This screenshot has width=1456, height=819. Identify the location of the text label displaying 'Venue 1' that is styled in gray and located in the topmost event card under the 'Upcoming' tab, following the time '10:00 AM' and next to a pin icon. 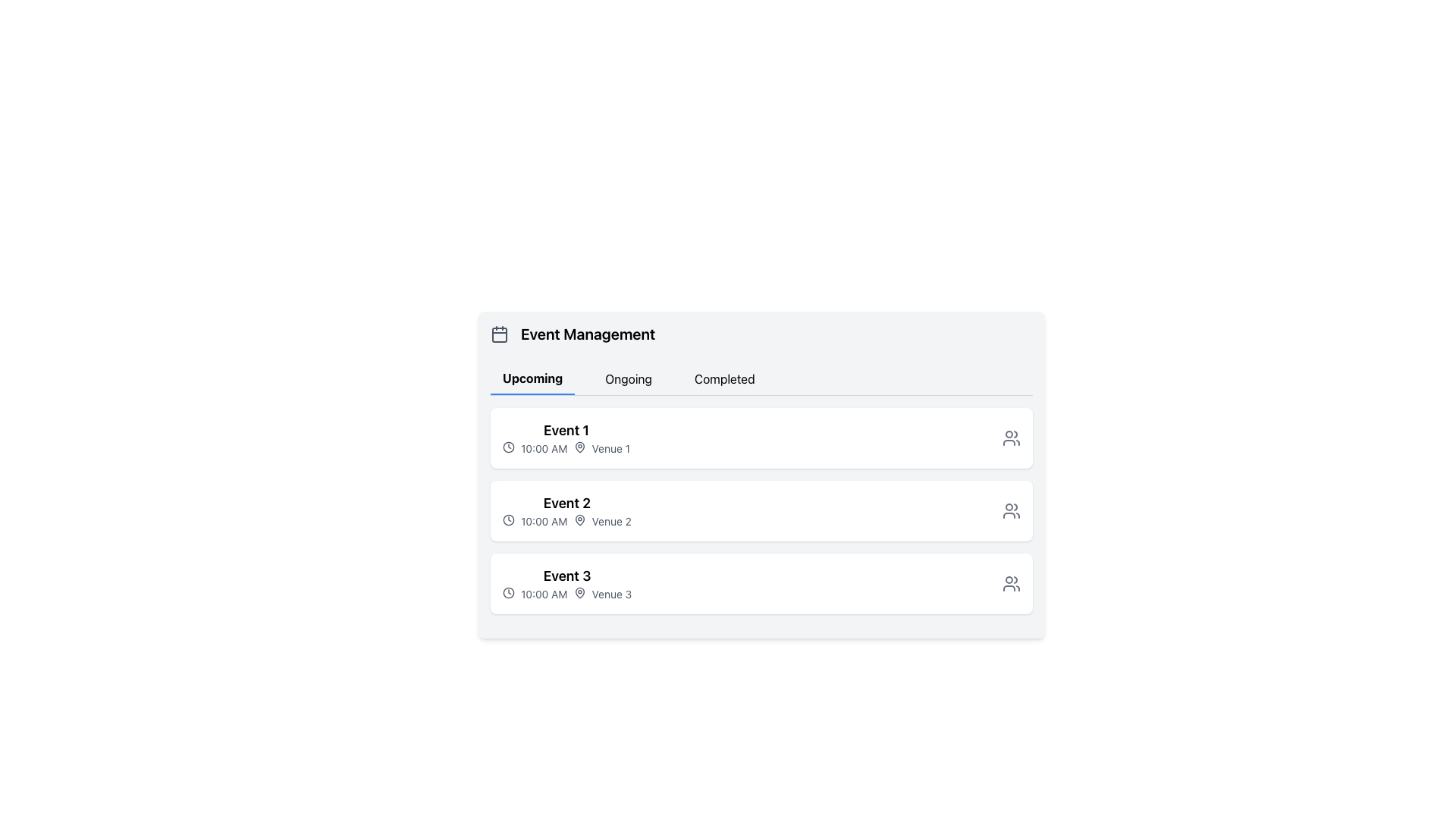
(610, 447).